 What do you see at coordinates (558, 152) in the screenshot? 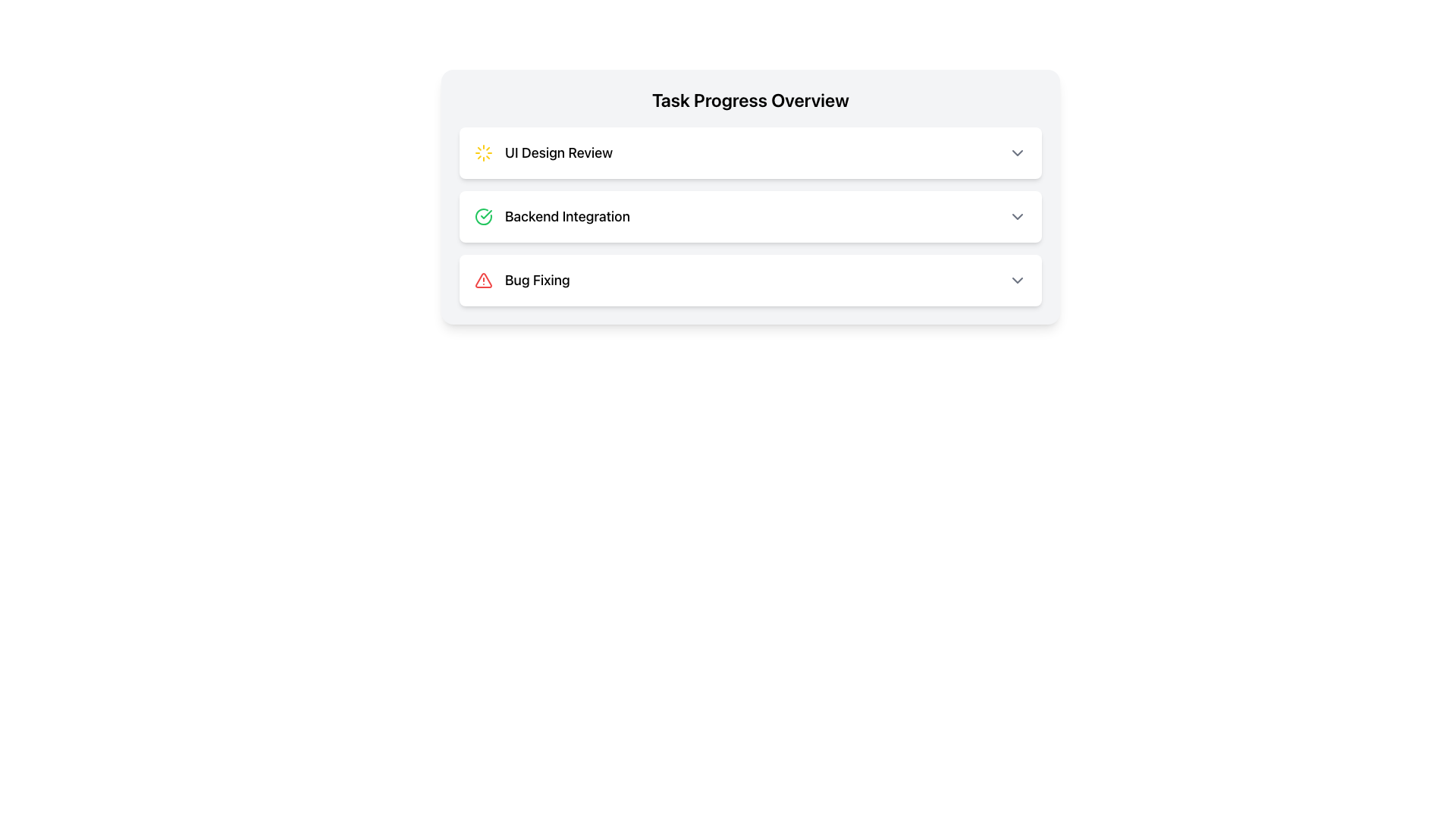
I see `text content of the 'UI Design Review' label, which is the first label in the vertical list of tasks under the 'Task Progress Overview' header and is located beside a yellow icon` at bounding box center [558, 152].